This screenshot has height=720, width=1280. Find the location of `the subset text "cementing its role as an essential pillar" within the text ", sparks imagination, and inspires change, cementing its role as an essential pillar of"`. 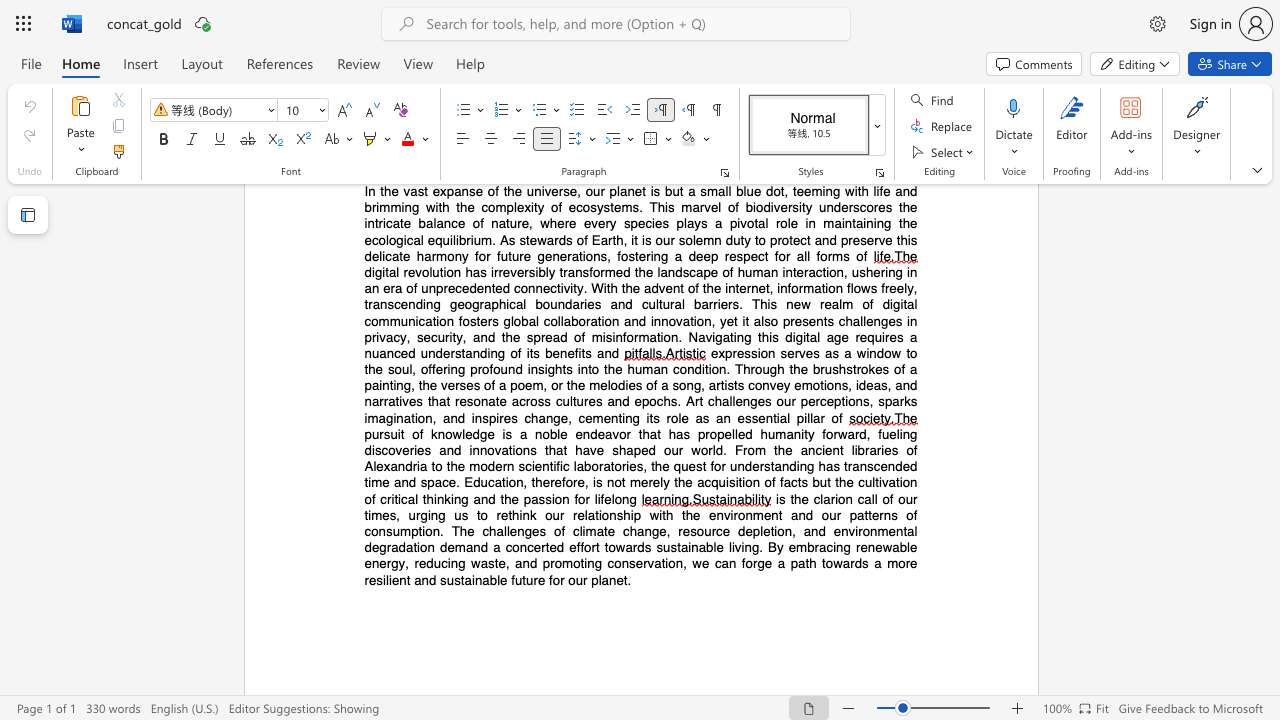

the subset text "cementing its role as an essential pillar" within the text ", sparks imagination, and inspires change, cementing its role as an essential pillar of" is located at coordinates (577, 417).